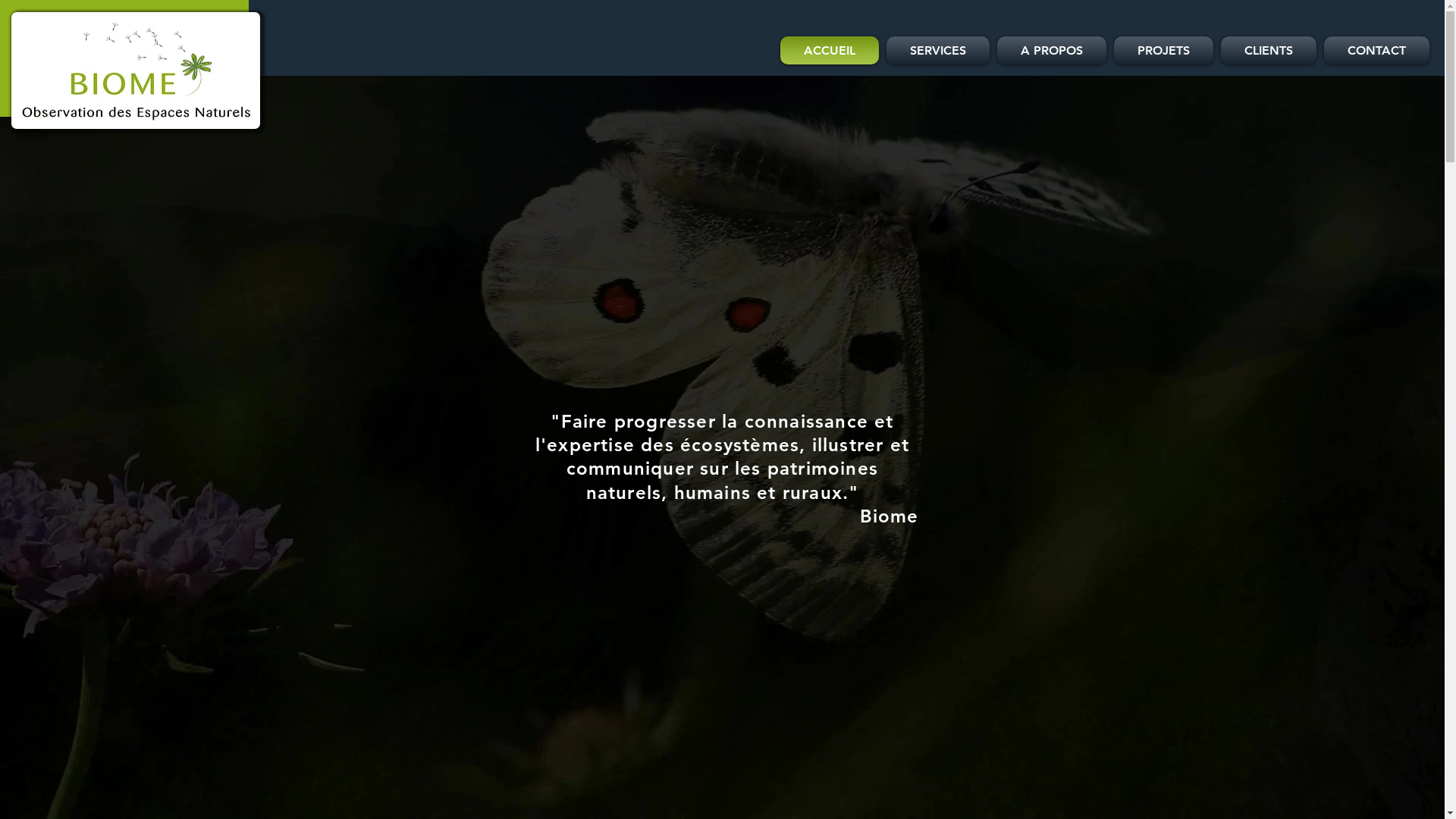  Describe the element at coordinates (1319, 49) in the screenshot. I see `'CONTACT'` at that location.